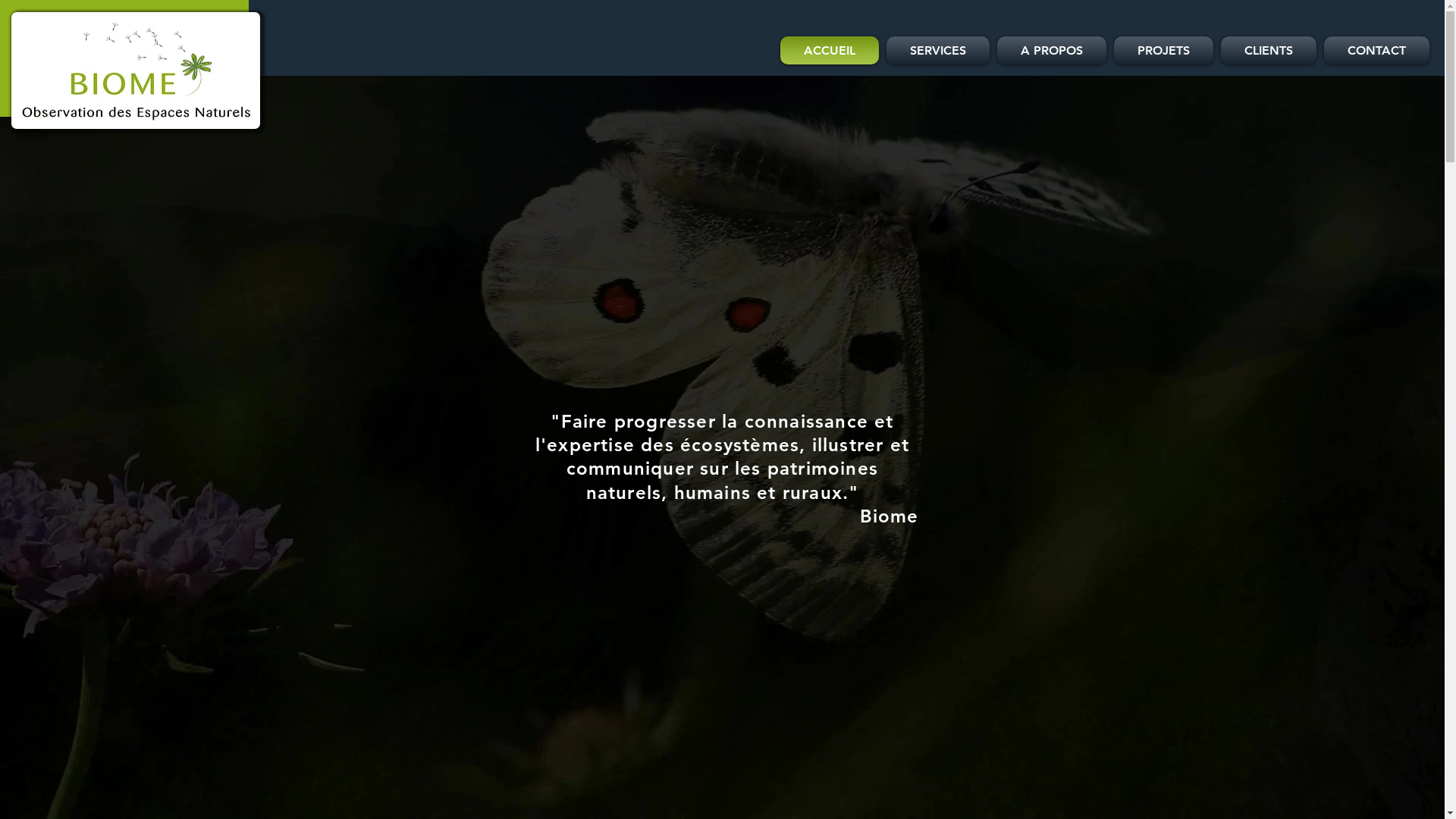  Describe the element at coordinates (1319, 49) in the screenshot. I see `'CONTACT'` at that location.